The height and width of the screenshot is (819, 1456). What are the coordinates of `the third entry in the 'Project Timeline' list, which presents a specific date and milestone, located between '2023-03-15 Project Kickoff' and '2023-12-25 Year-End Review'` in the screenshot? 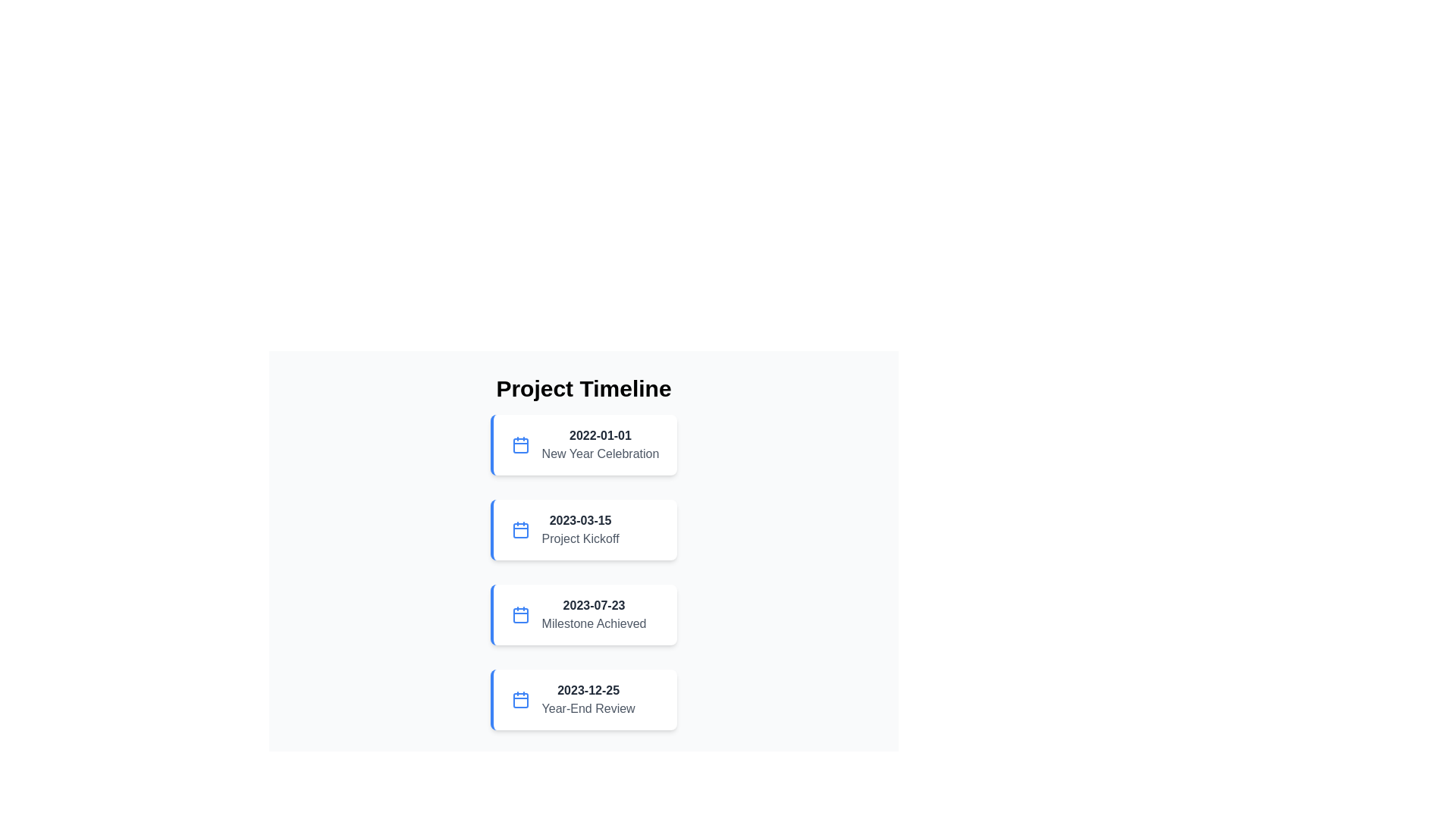 It's located at (593, 614).